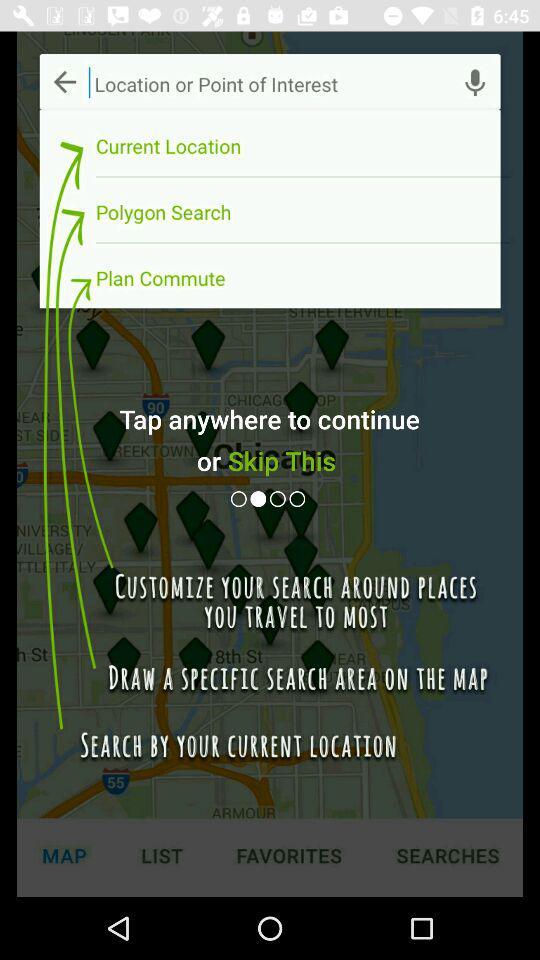 The height and width of the screenshot is (960, 540). I want to click on next, so click(298, 498).